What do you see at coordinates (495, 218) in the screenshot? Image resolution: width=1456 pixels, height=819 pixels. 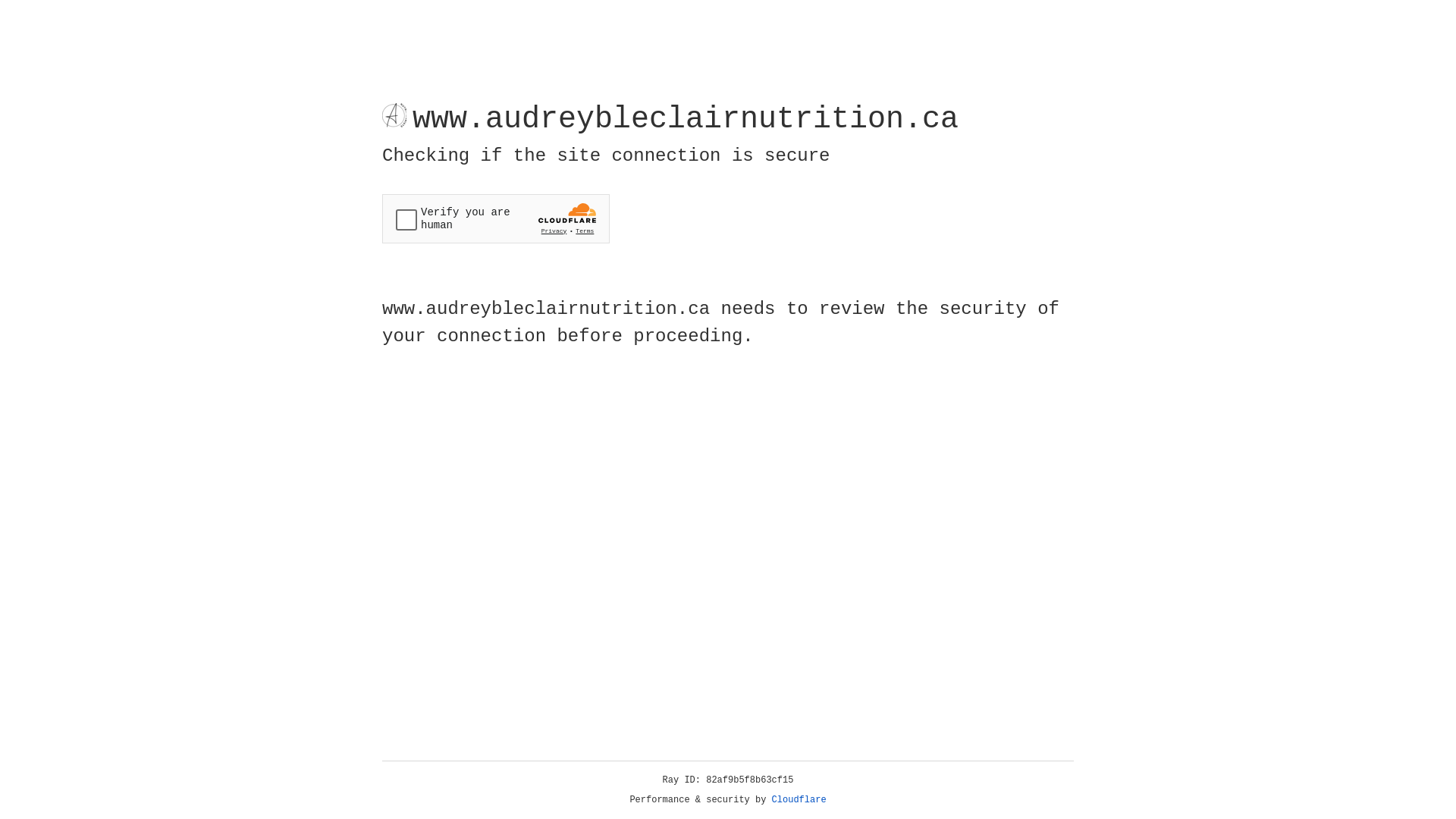 I see `'Widget containing a Cloudflare security challenge'` at bounding box center [495, 218].